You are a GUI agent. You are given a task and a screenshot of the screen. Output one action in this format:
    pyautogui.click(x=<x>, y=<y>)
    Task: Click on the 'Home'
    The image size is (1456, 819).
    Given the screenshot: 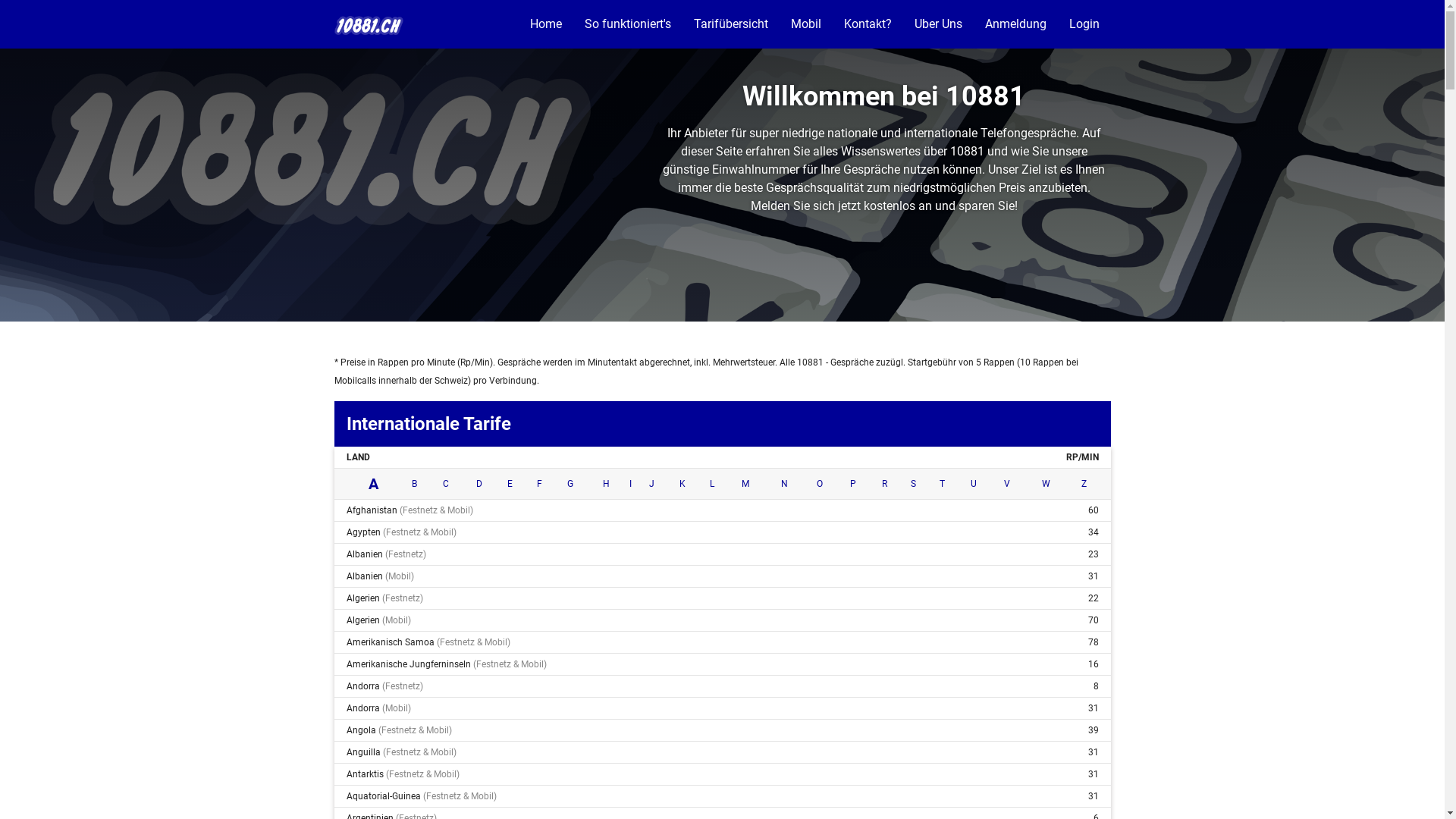 What is the action you would take?
    pyautogui.click(x=546, y=24)
    